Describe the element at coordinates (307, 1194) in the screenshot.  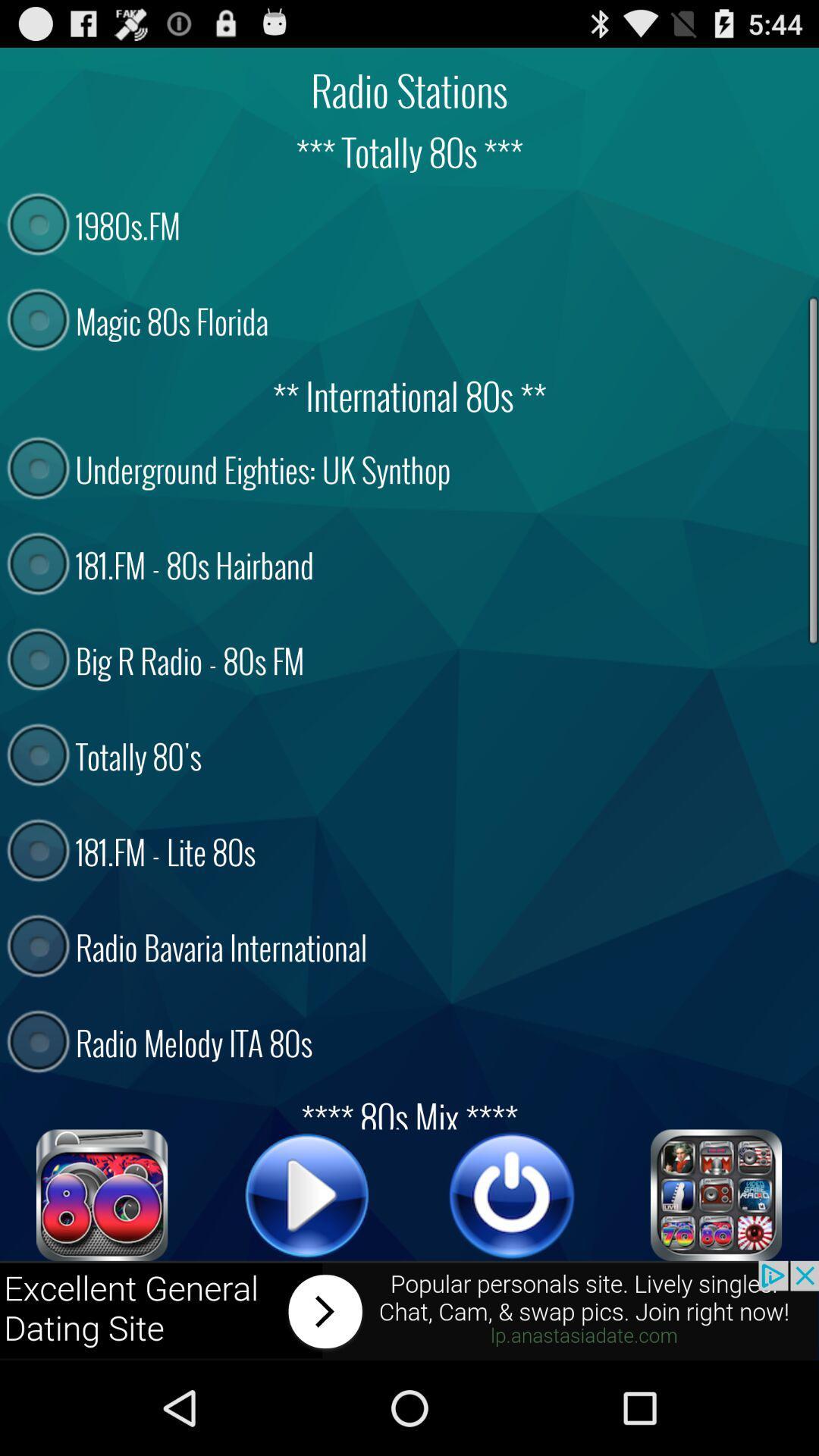
I see `the song` at that location.